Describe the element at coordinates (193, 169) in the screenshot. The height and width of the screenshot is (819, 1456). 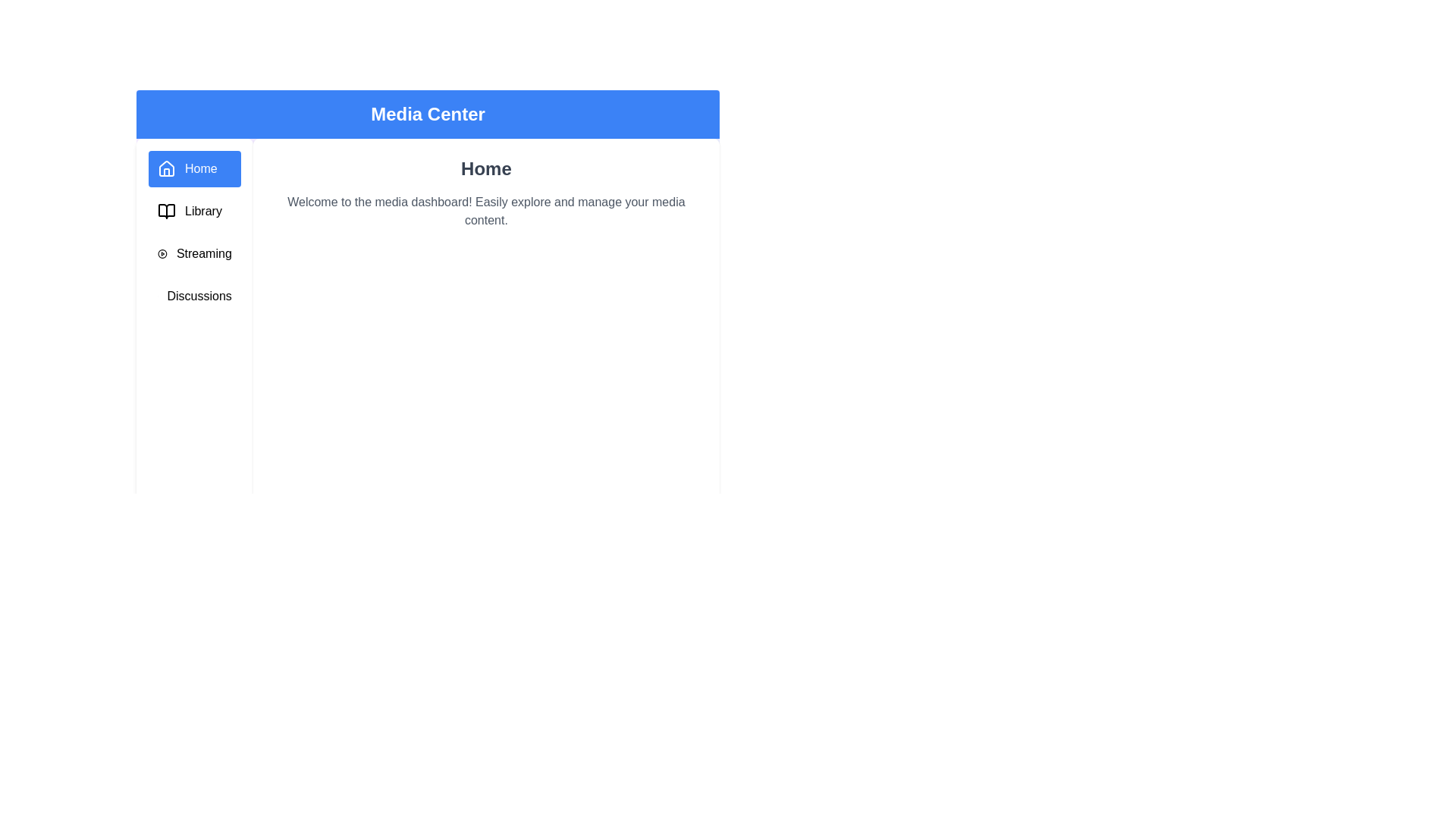
I see `the Home tab by clicking on its corresponding sidebar entry` at that location.